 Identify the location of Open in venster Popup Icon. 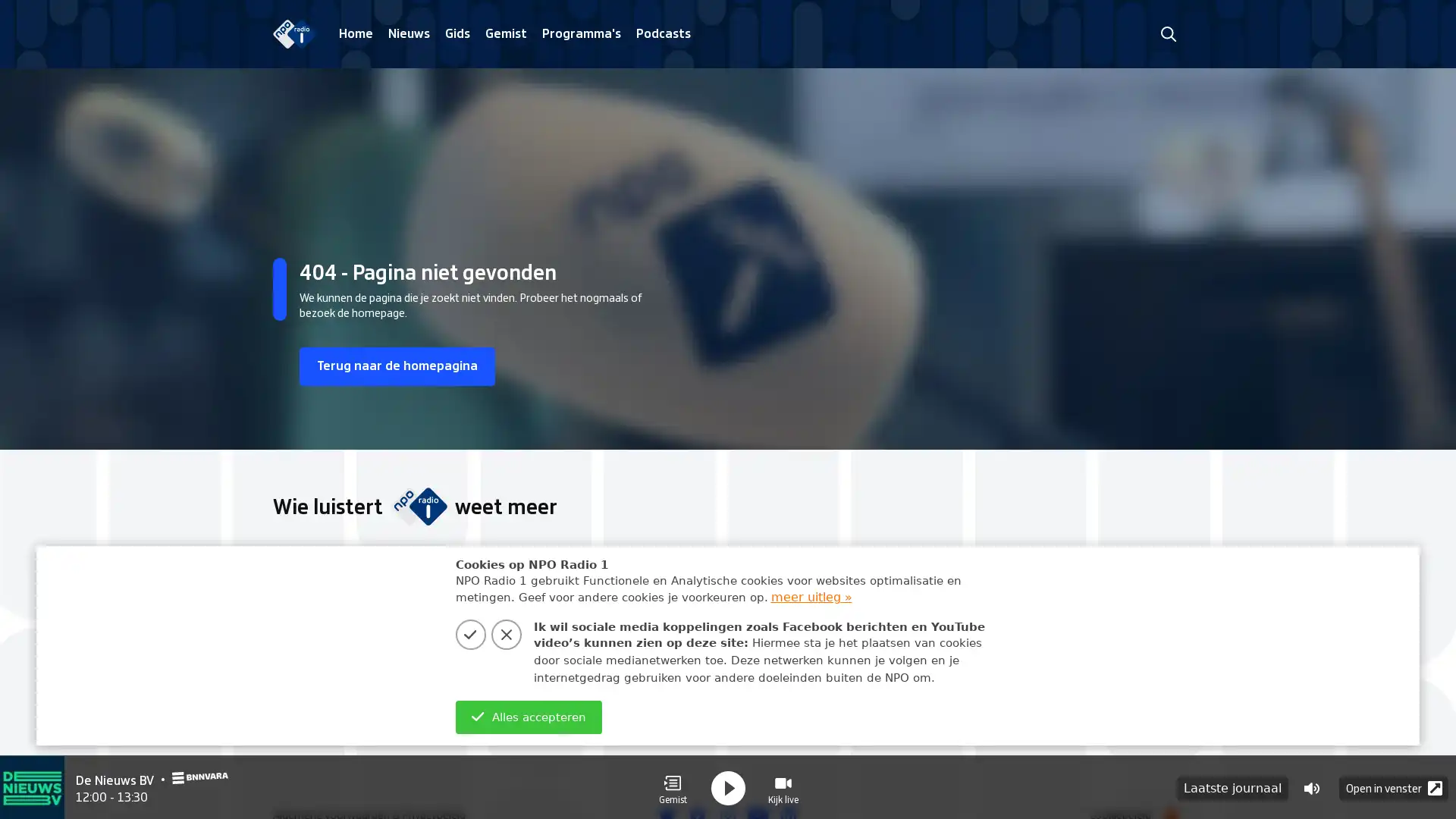
(1394, 786).